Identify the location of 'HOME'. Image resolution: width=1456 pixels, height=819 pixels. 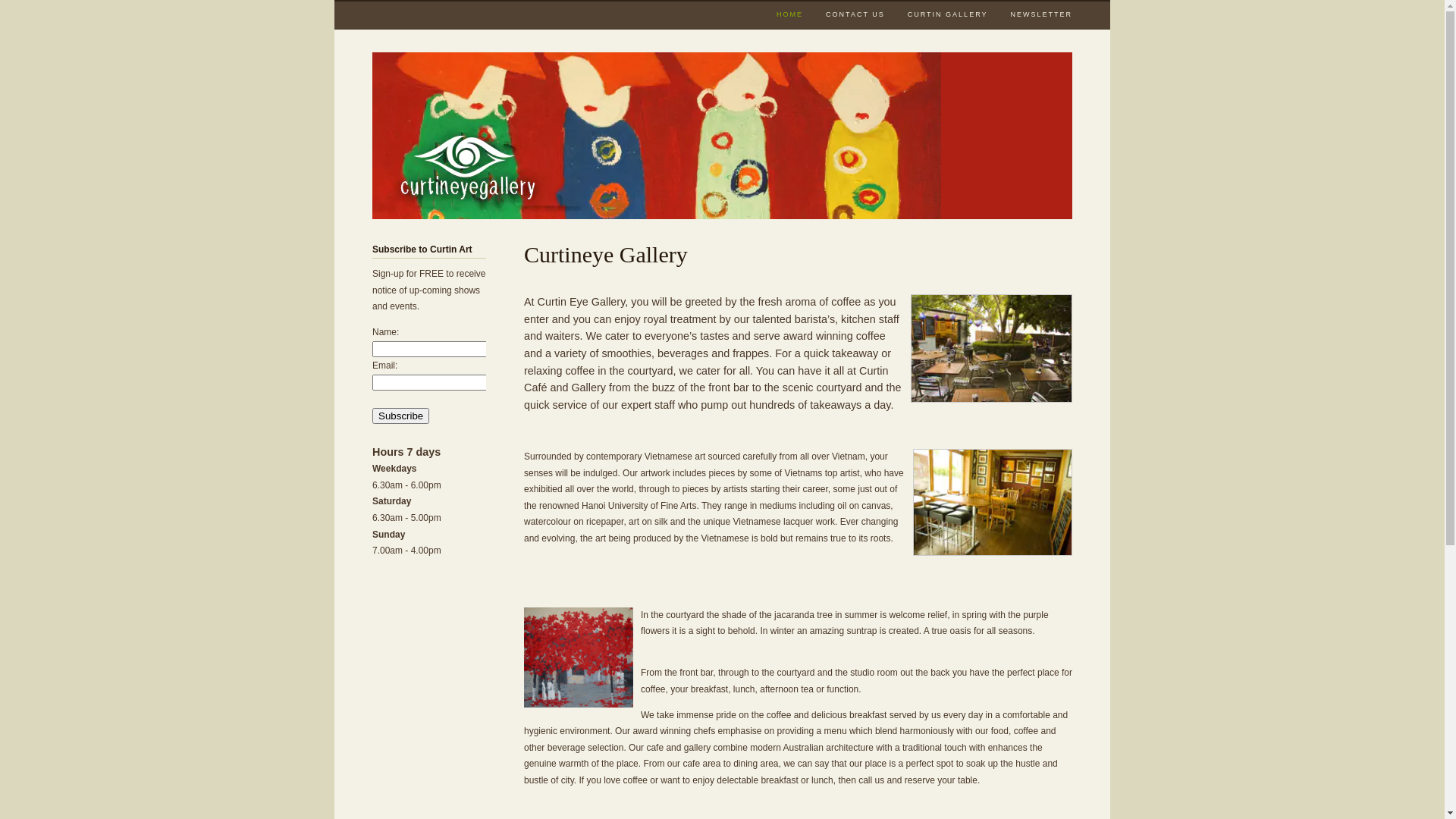
(789, 14).